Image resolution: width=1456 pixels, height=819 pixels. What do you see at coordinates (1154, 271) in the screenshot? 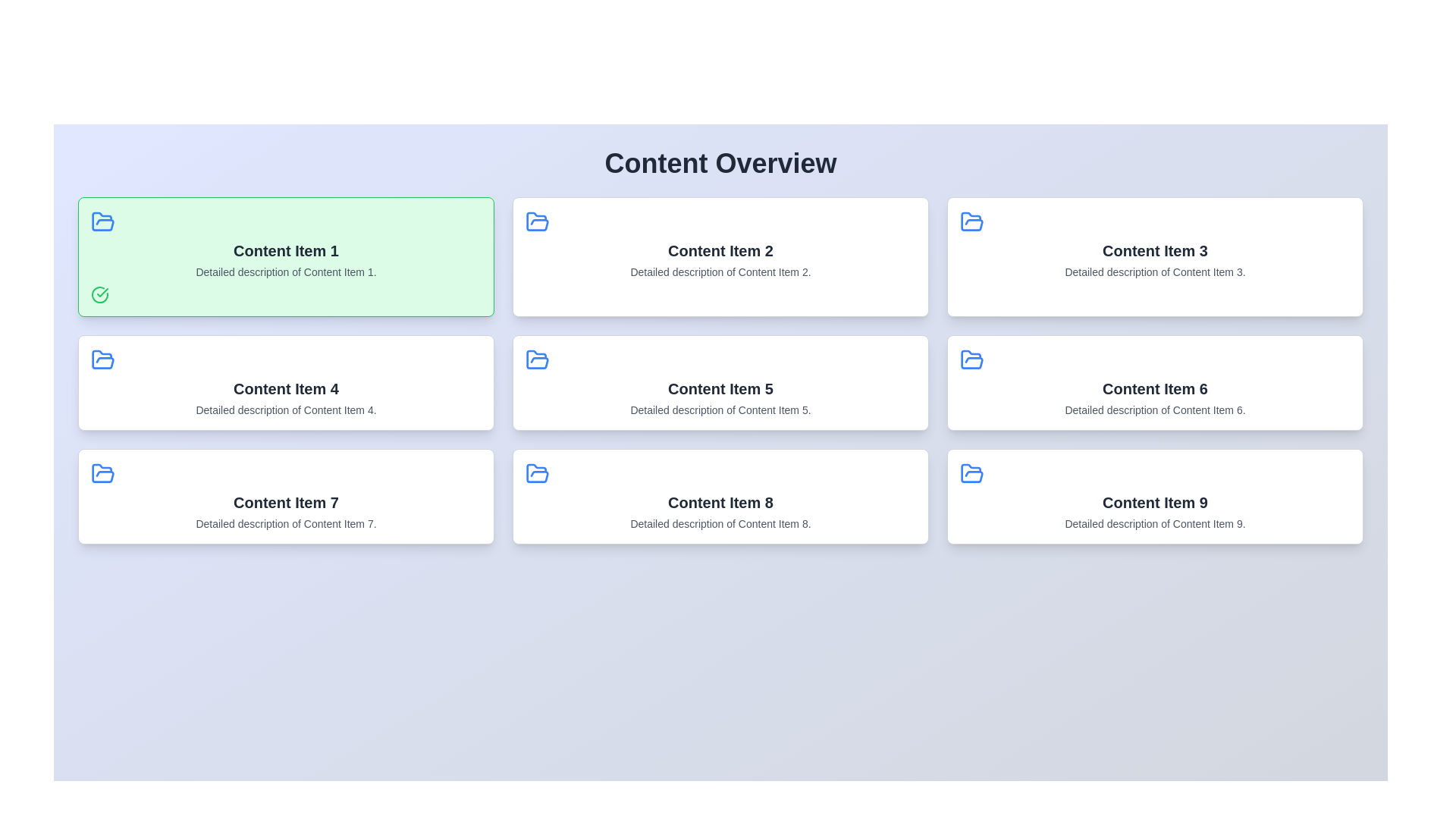
I see `the descriptive text label that reads 'Detailed description of Content Item 3.' located beneath the title 'Content Item 3' in the card-style layout` at bounding box center [1154, 271].